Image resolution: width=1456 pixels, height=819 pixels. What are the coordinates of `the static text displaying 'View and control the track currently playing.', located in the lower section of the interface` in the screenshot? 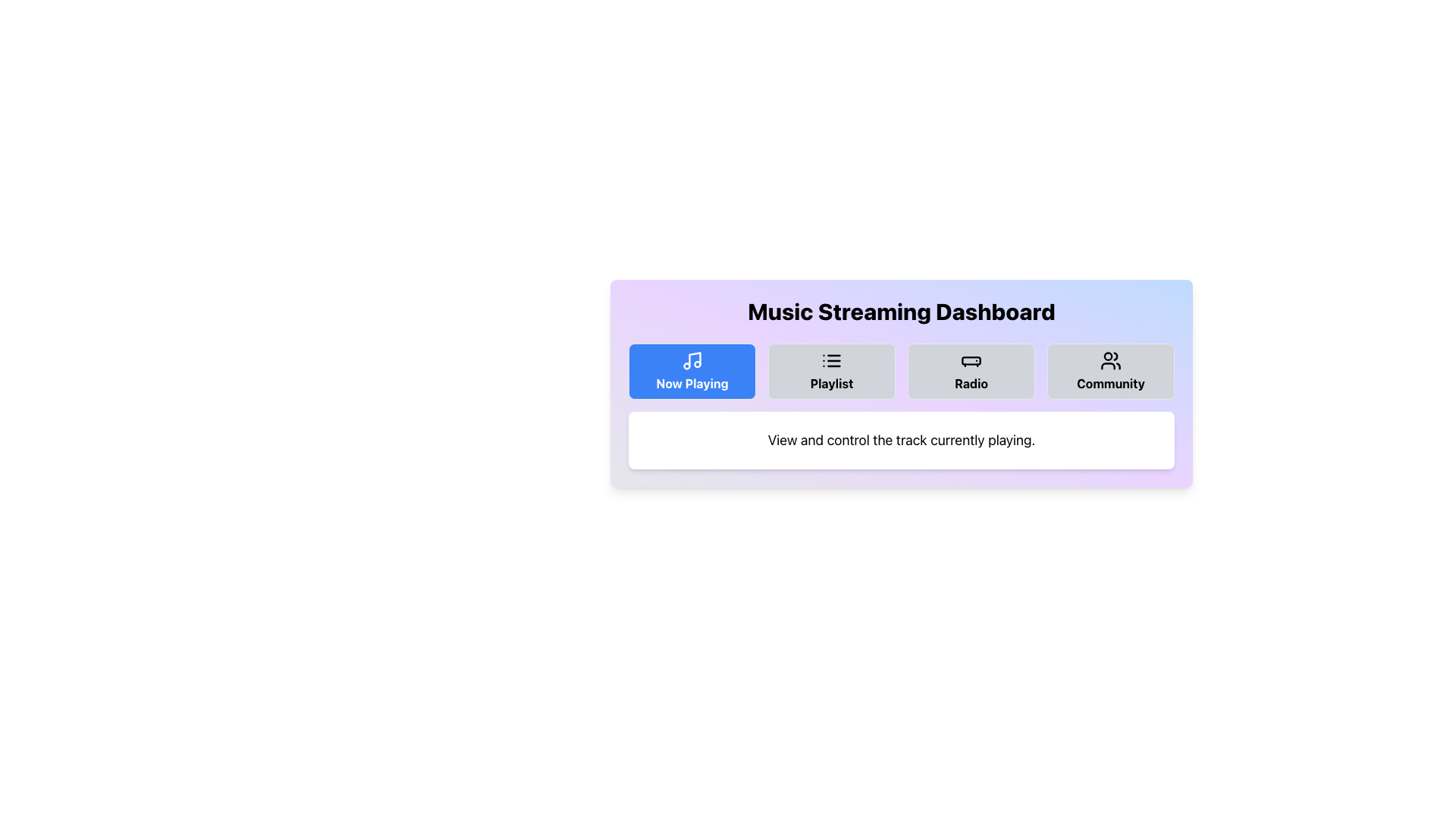 It's located at (902, 441).